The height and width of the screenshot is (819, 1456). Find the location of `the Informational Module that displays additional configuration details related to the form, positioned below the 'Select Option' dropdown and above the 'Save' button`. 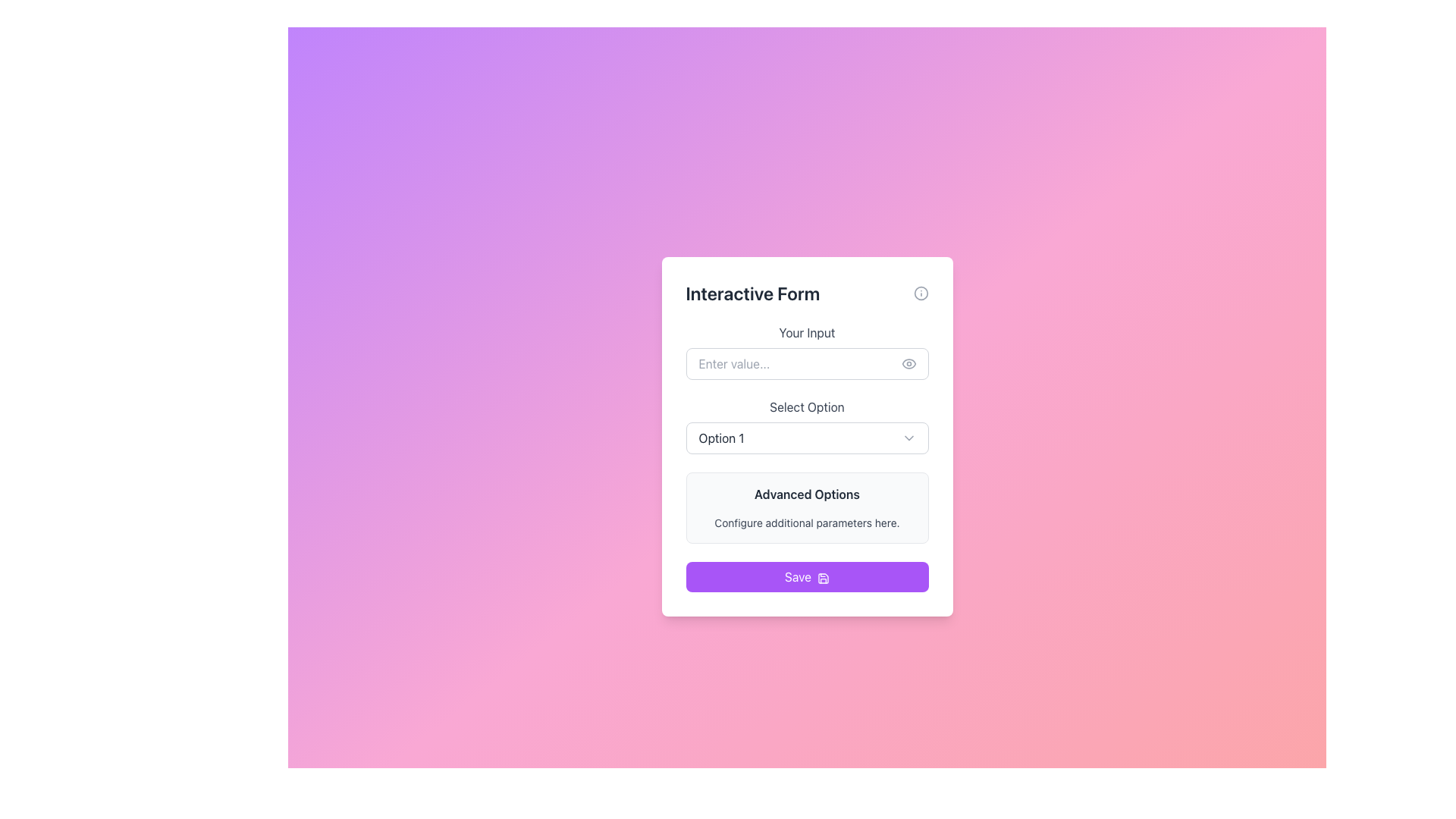

the Informational Module that displays additional configuration details related to the form, positioned below the 'Select Option' dropdown and above the 'Save' button is located at coordinates (806, 508).